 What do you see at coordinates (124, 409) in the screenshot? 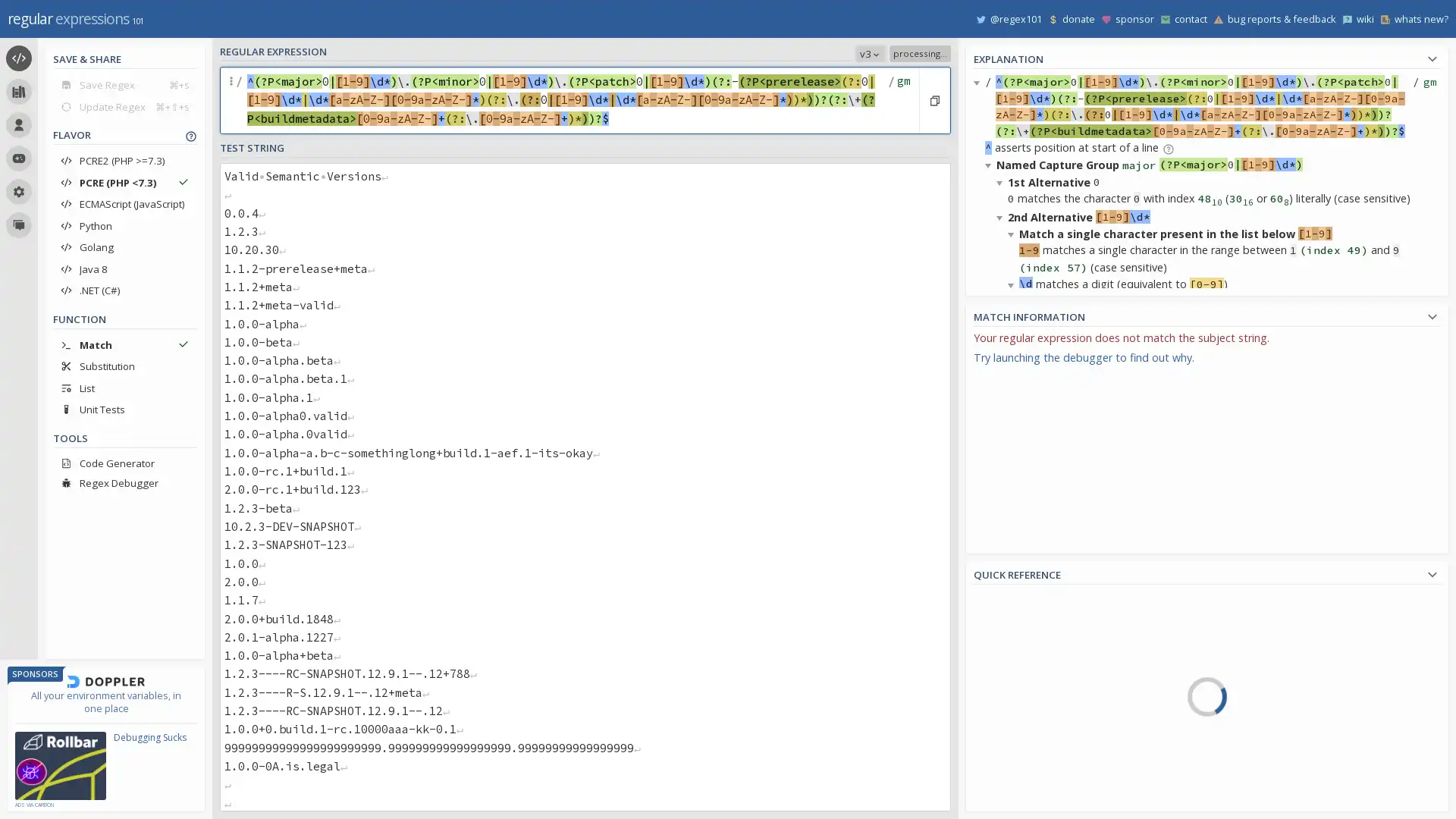
I see `Unit Tests` at bounding box center [124, 409].